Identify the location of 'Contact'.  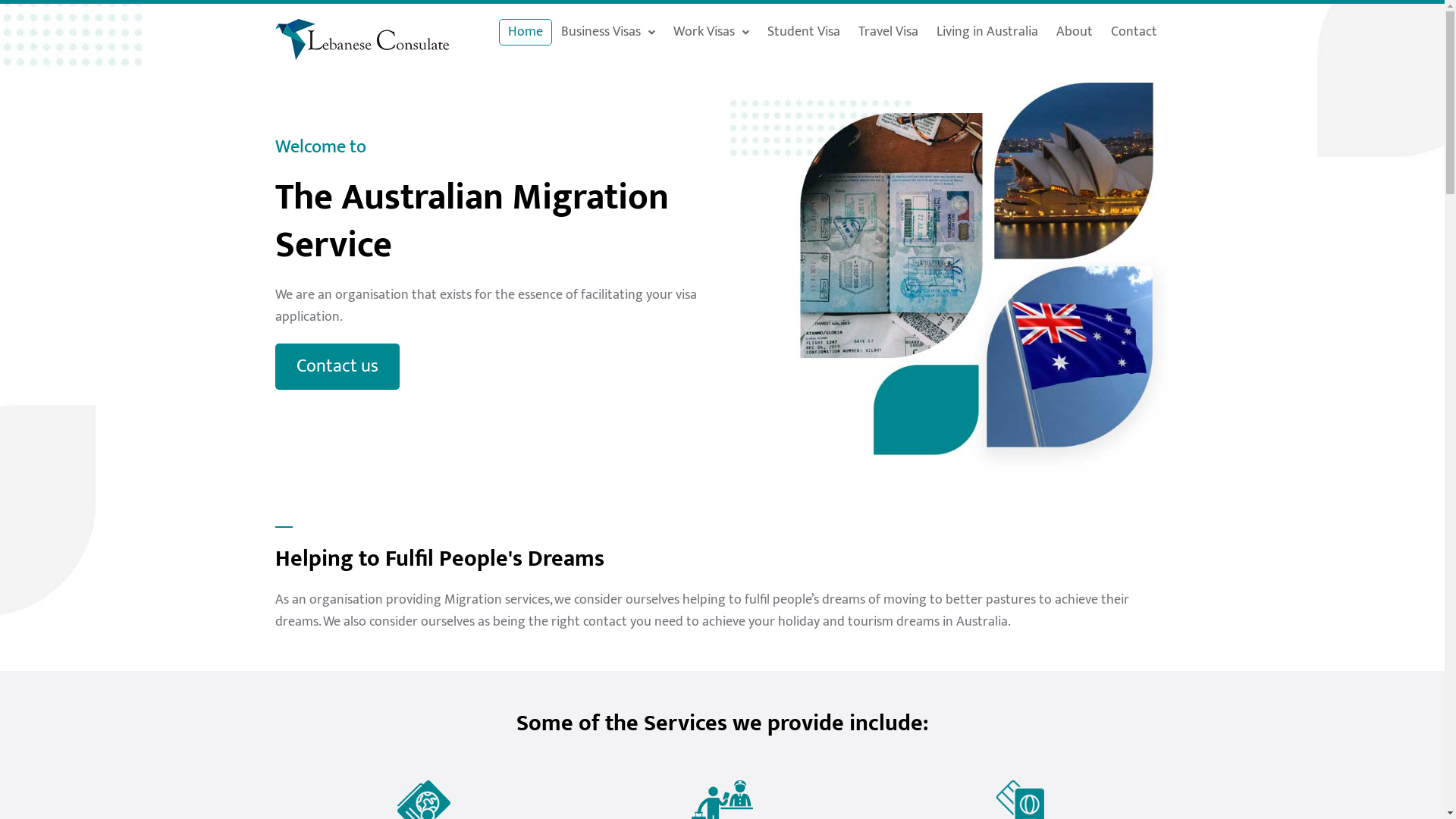
(1134, 32).